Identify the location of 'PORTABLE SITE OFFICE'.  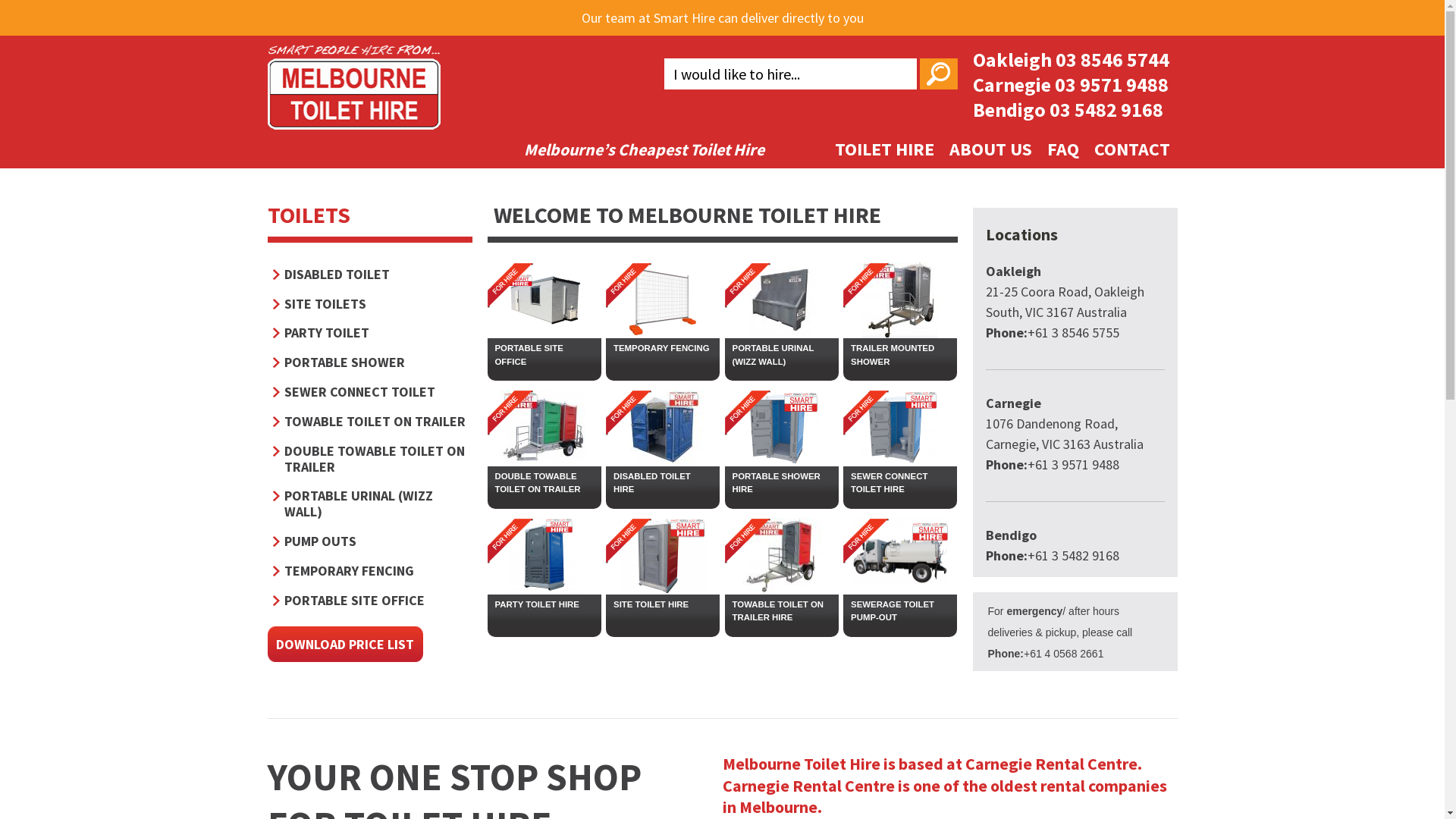
(543, 354).